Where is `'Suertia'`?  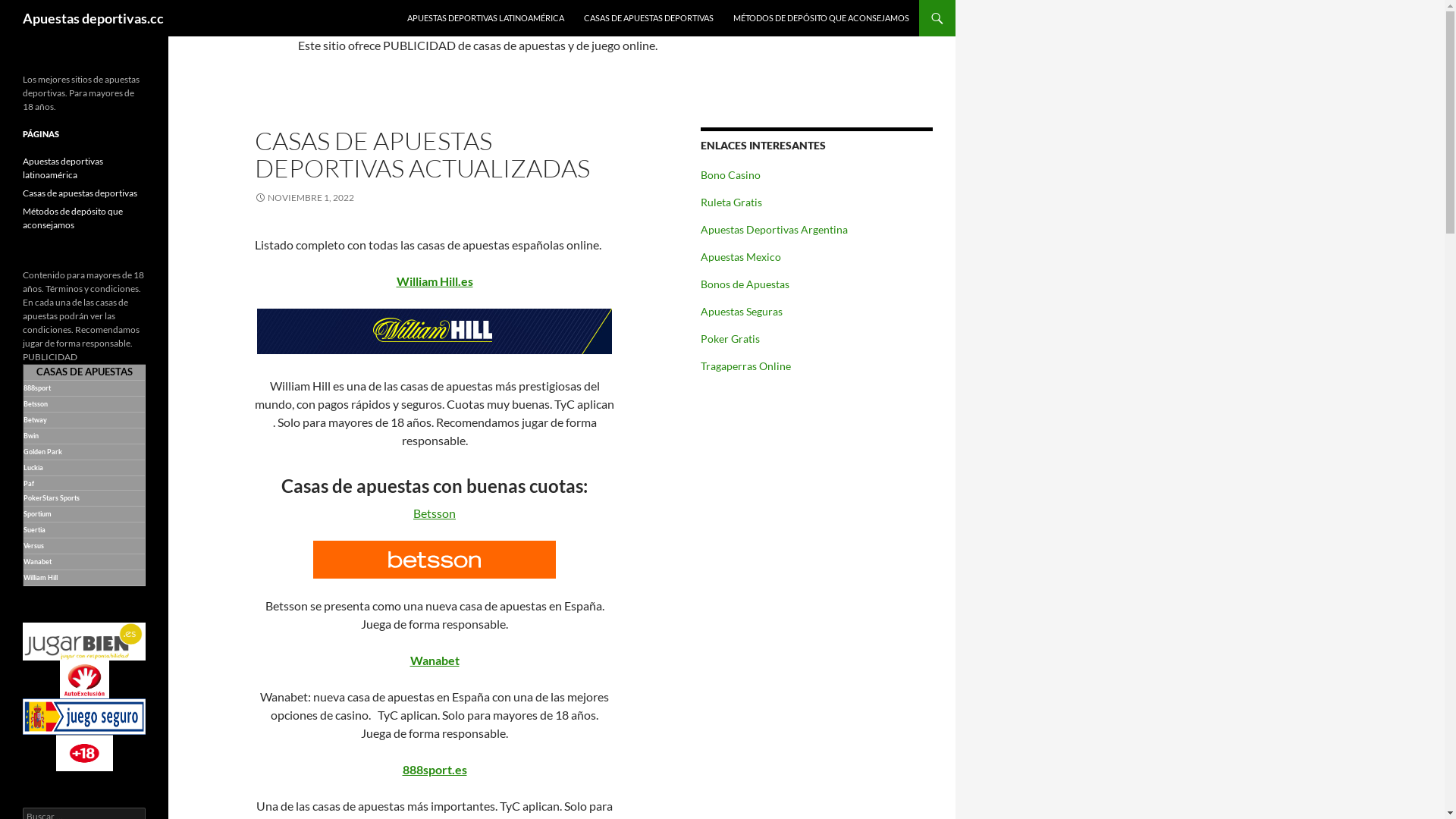
'Suertia' is located at coordinates (34, 528).